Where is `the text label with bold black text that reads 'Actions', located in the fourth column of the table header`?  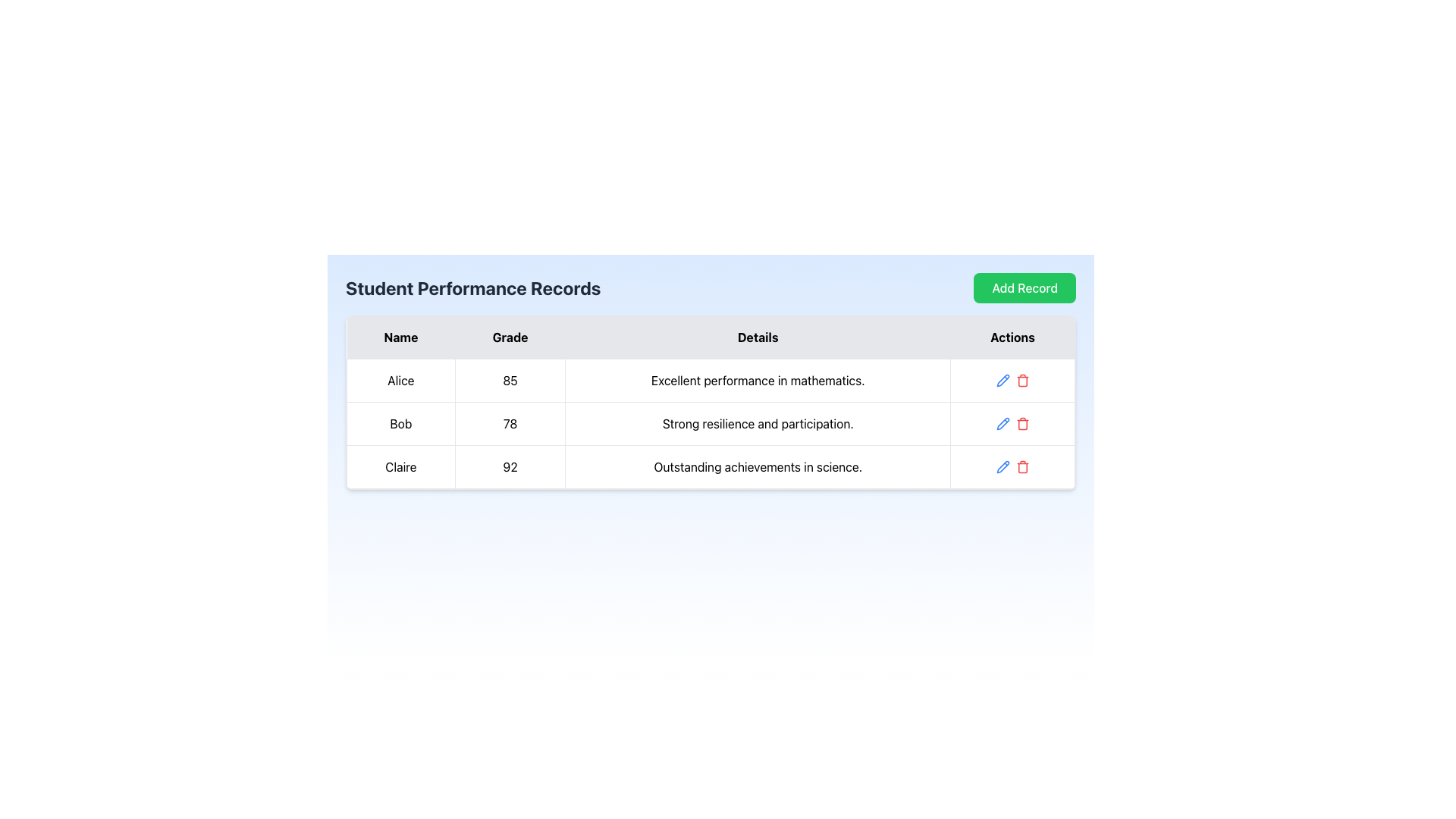
the text label with bold black text that reads 'Actions', located in the fourth column of the table header is located at coordinates (1012, 337).